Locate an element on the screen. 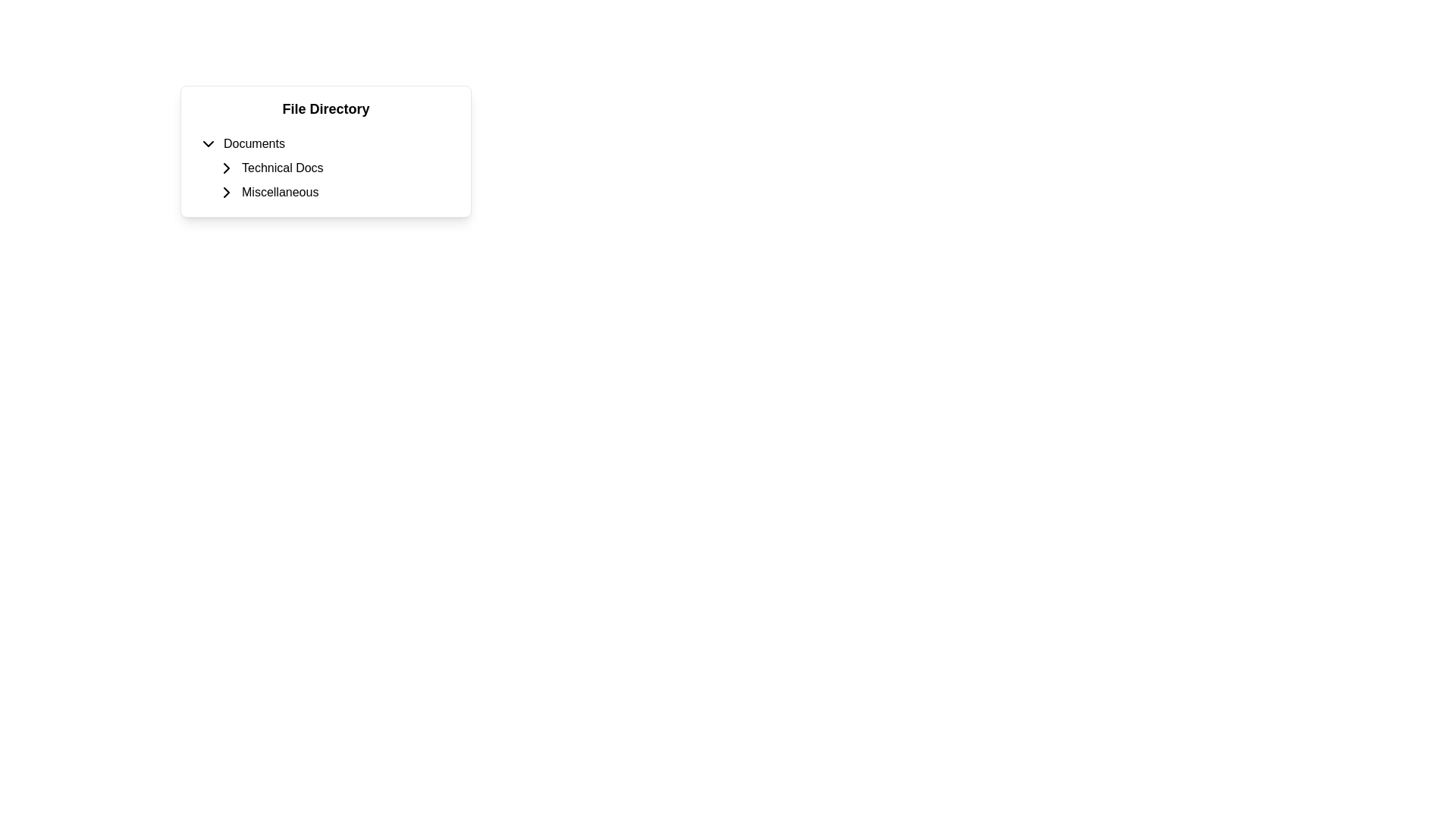 The width and height of the screenshot is (1456, 819). the toggle icon is located at coordinates (225, 192).